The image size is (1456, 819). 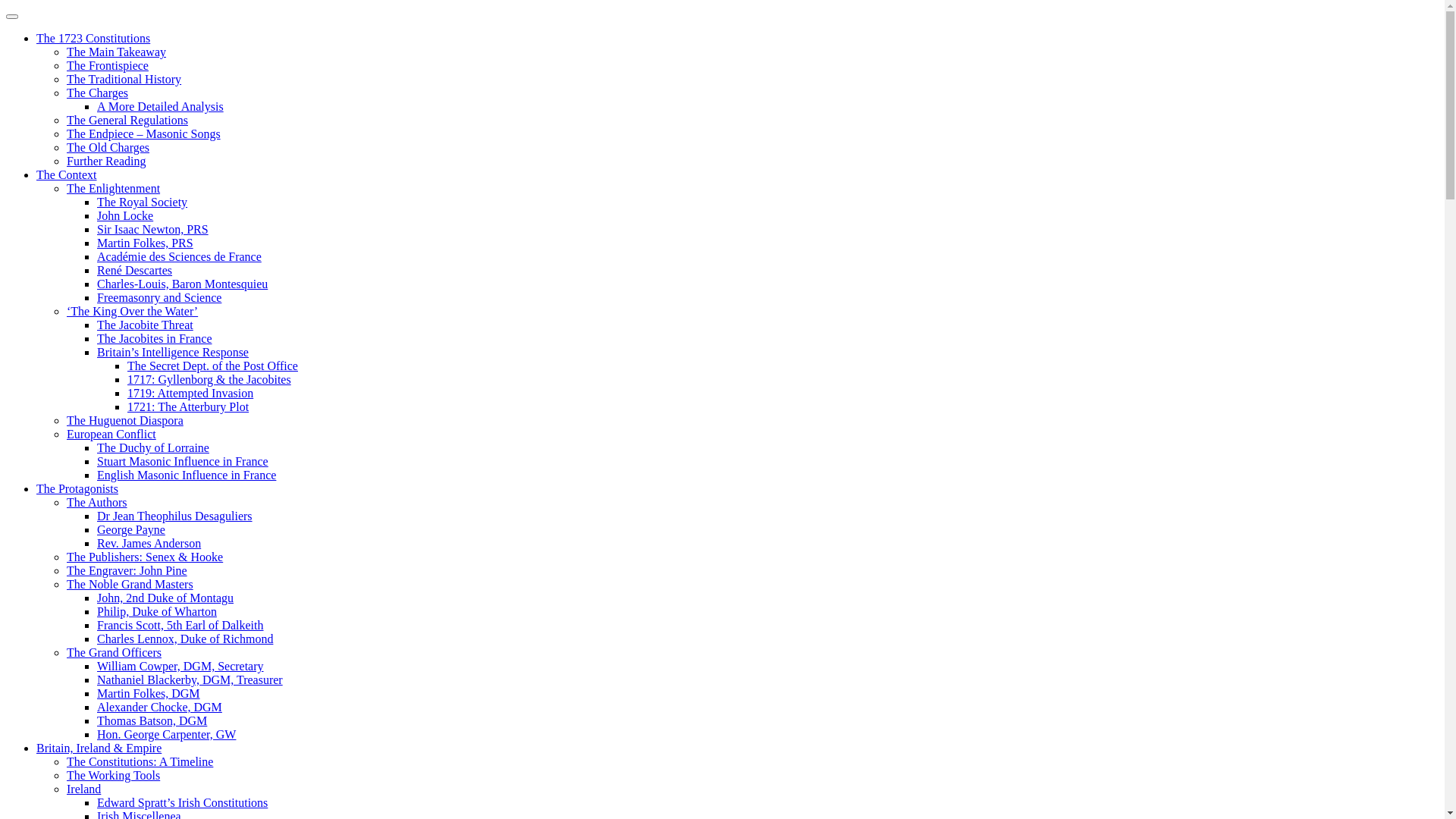 I want to click on 'The Traditional History', so click(x=124, y=79).